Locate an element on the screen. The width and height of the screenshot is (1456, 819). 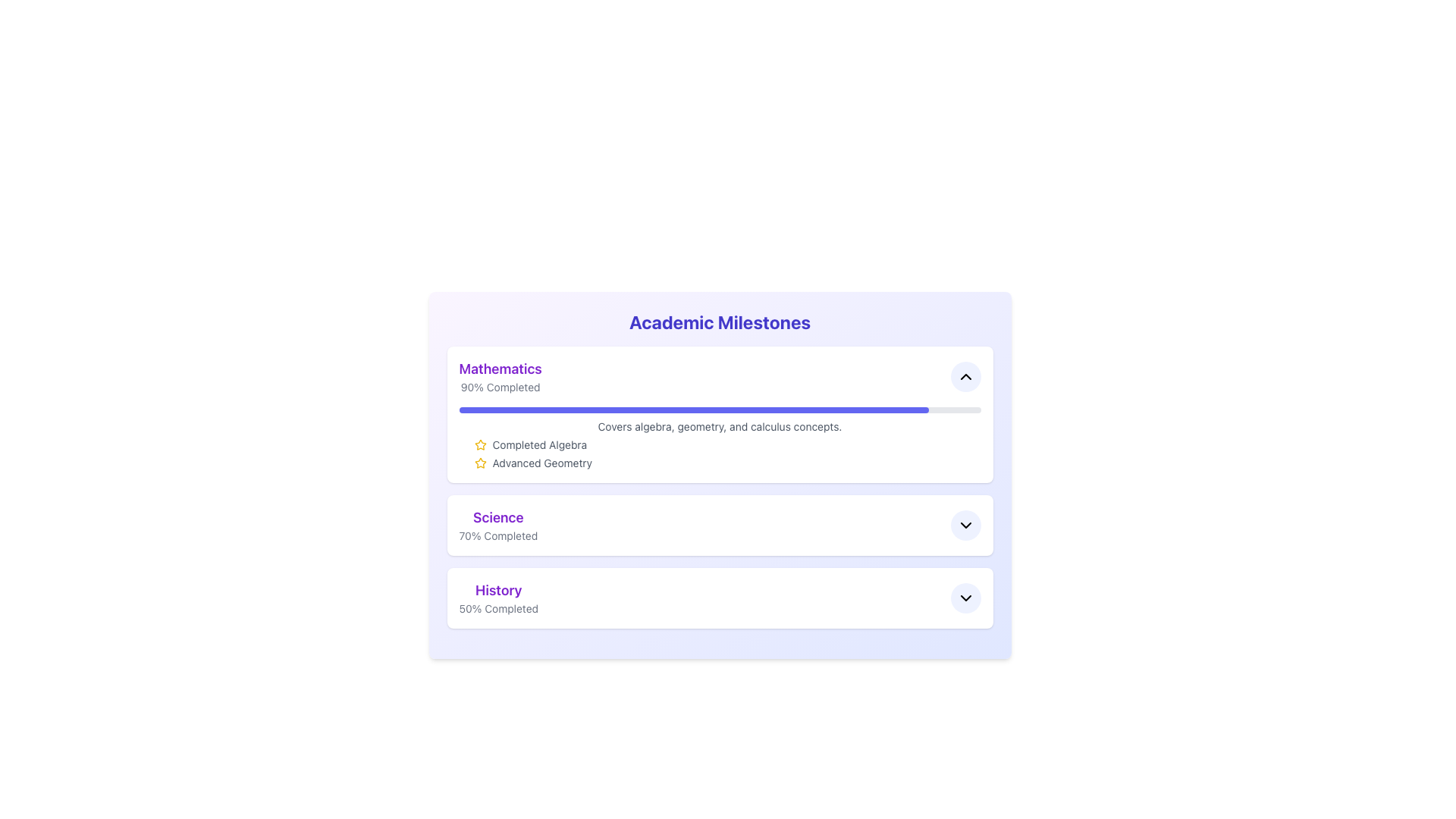
the achievements listed in the informational display with progress indicator and textual information under the 'Mathematics' category, located in the middle-right portion of the first section is located at coordinates (719, 438).